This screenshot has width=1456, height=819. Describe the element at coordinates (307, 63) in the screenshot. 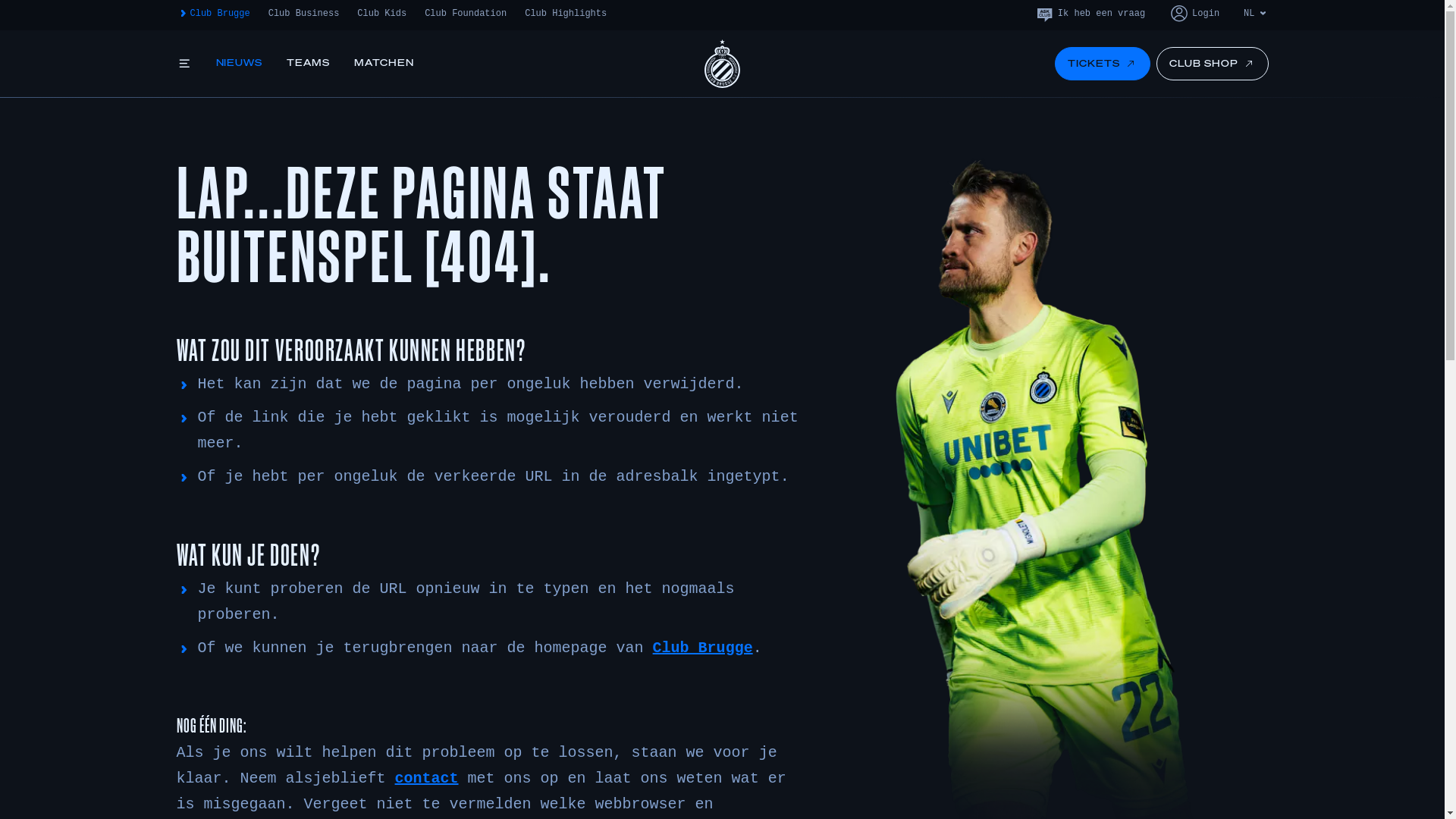

I see `'TEAMS'` at that location.